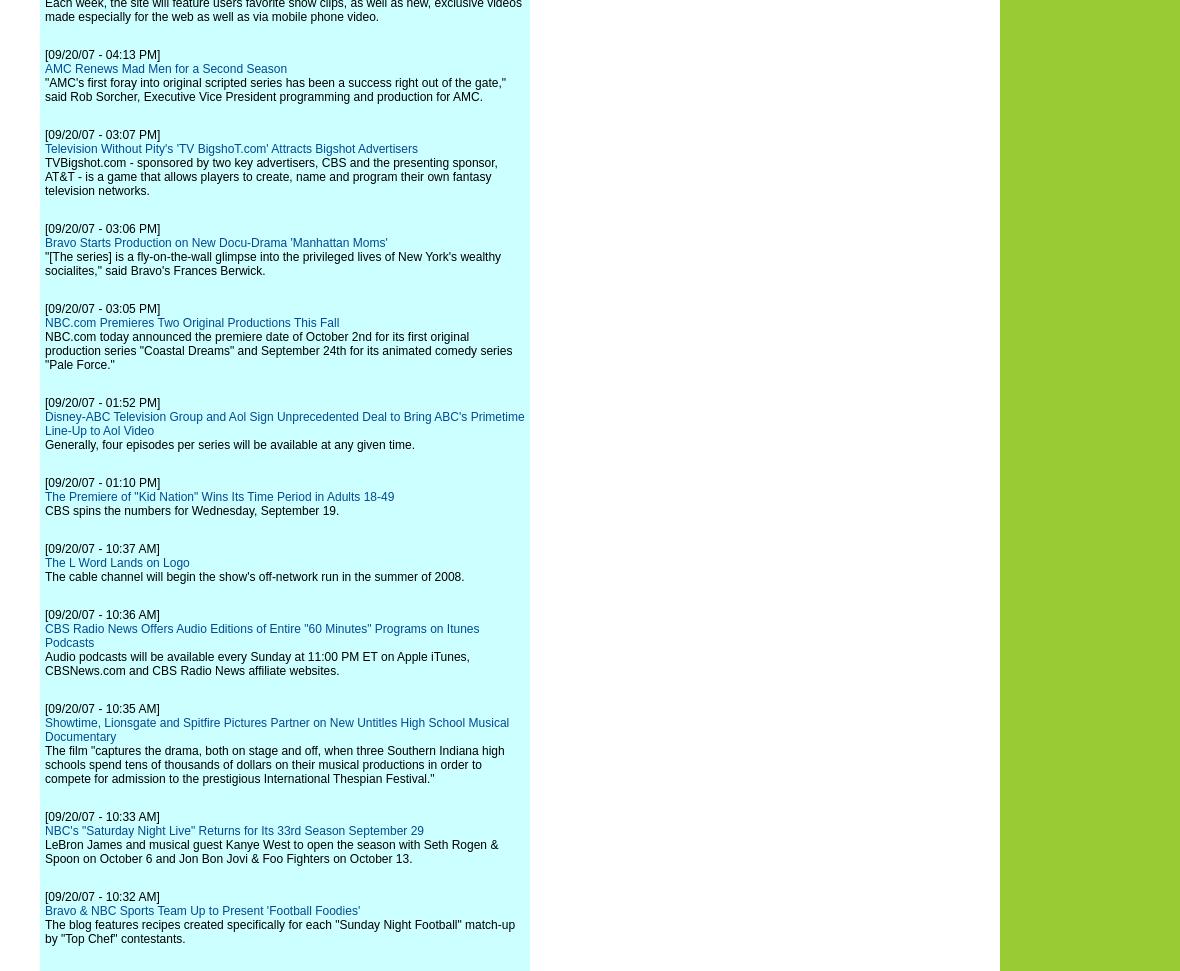 Image resolution: width=1180 pixels, height=971 pixels. Describe the element at coordinates (191, 321) in the screenshot. I see `'NBC.com Premieres Two Original Productions This Fall'` at that location.